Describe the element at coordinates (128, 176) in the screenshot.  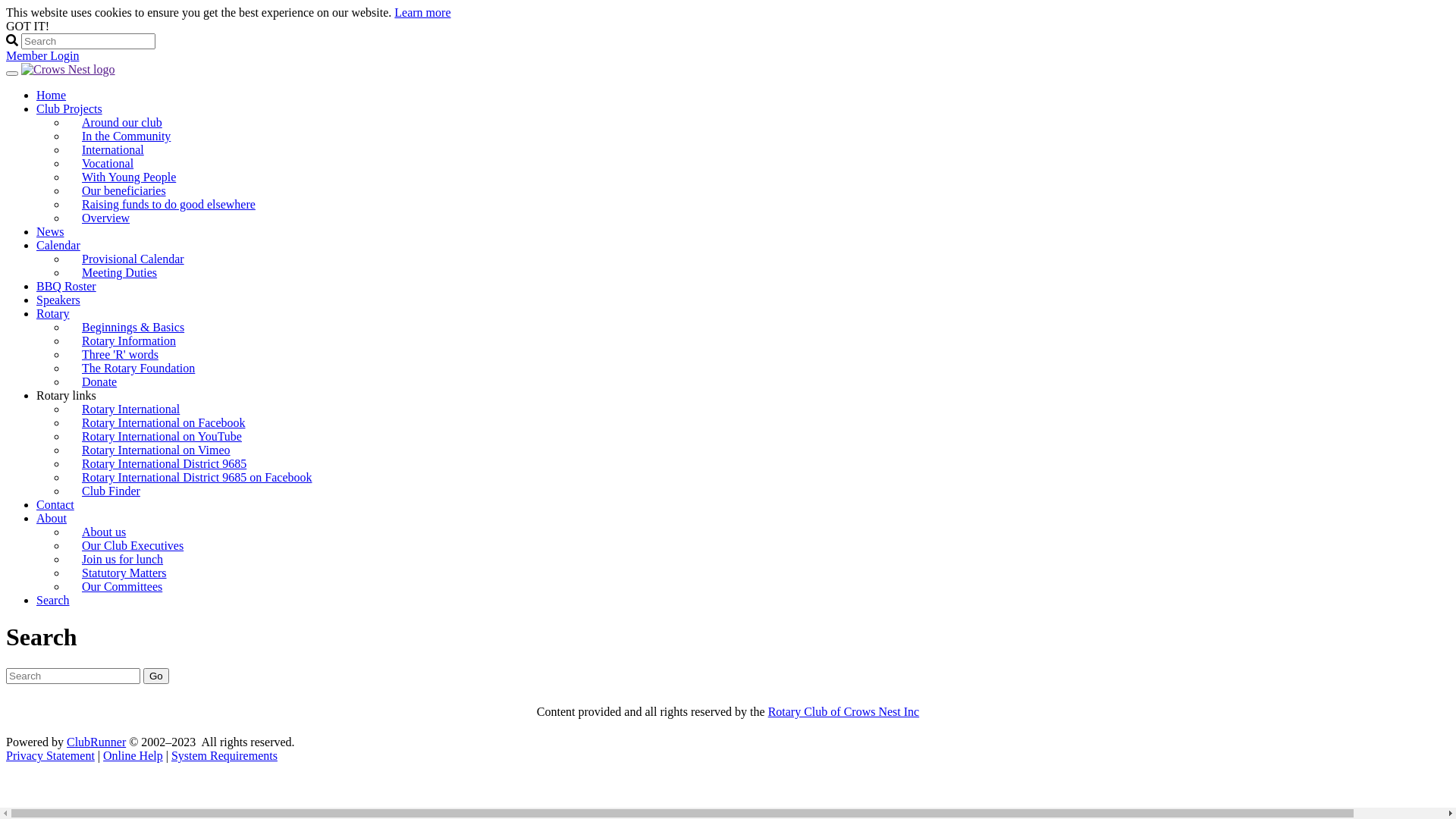
I see `'With Young People'` at that location.